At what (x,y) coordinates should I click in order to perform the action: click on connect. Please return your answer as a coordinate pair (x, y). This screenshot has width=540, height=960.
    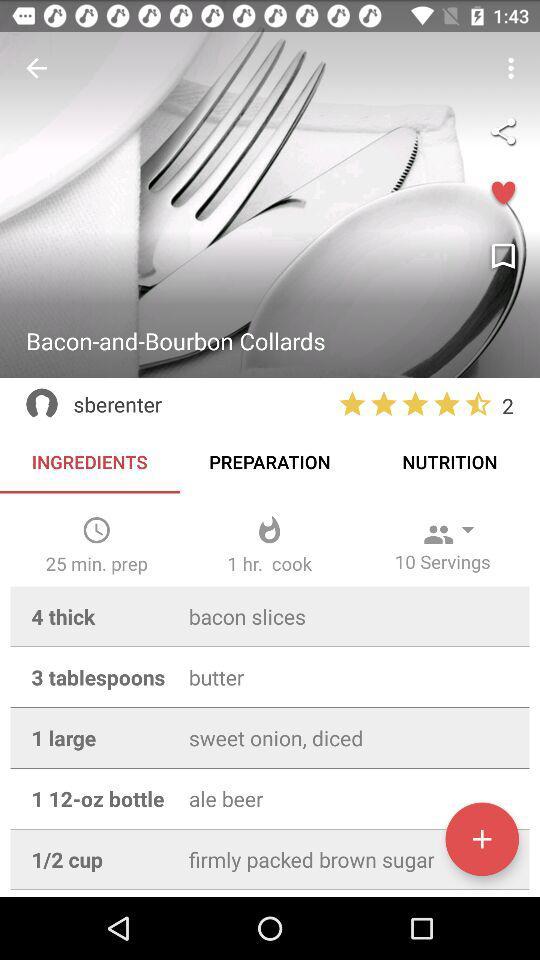
    Looking at the image, I should click on (502, 130).